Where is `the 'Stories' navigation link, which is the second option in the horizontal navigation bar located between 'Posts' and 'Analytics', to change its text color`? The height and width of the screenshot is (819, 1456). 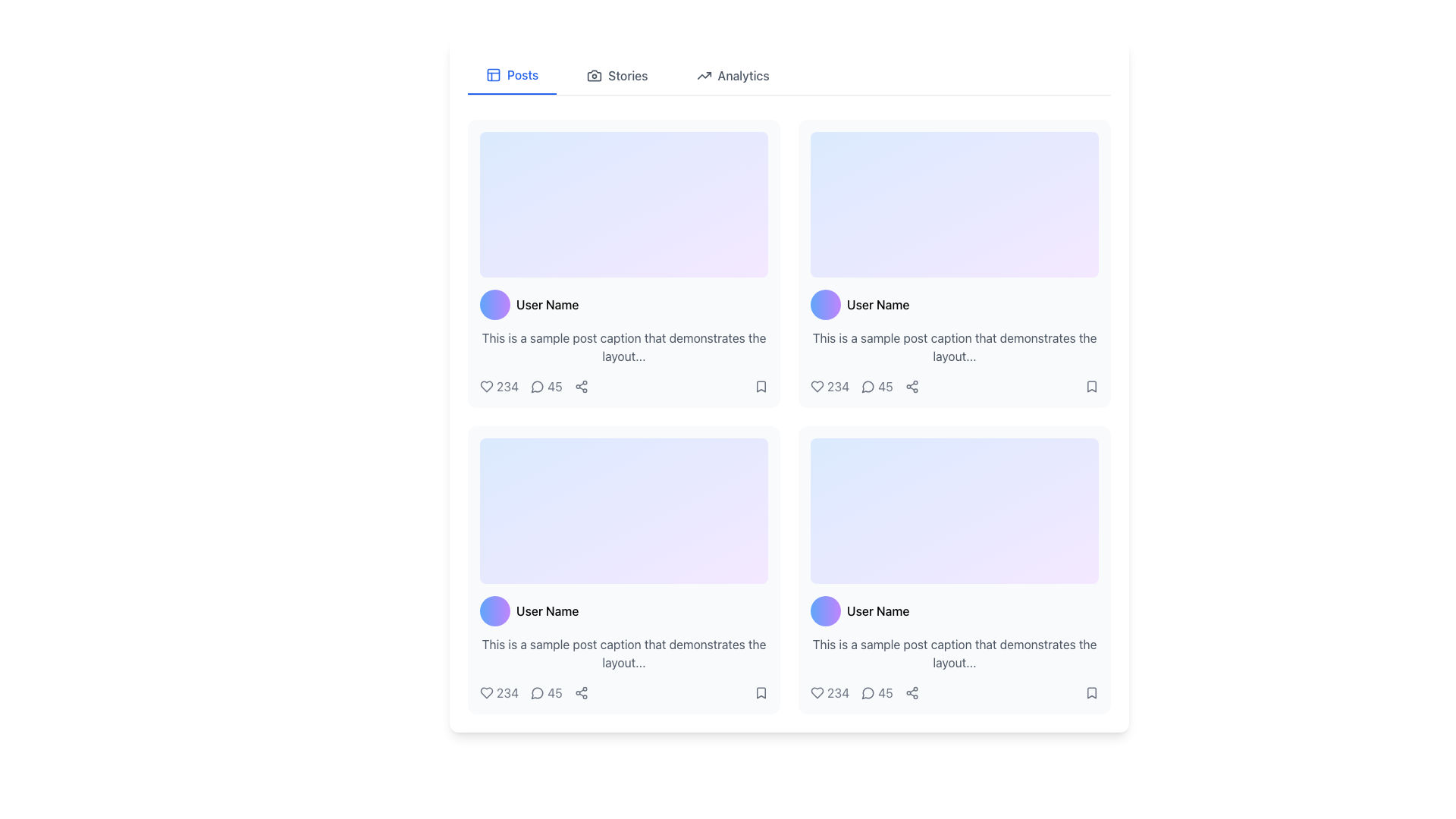 the 'Stories' navigation link, which is the second option in the horizontal navigation bar located between 'Posts' and 'Analytics', to change its text color is located at coordinates (617, 76).